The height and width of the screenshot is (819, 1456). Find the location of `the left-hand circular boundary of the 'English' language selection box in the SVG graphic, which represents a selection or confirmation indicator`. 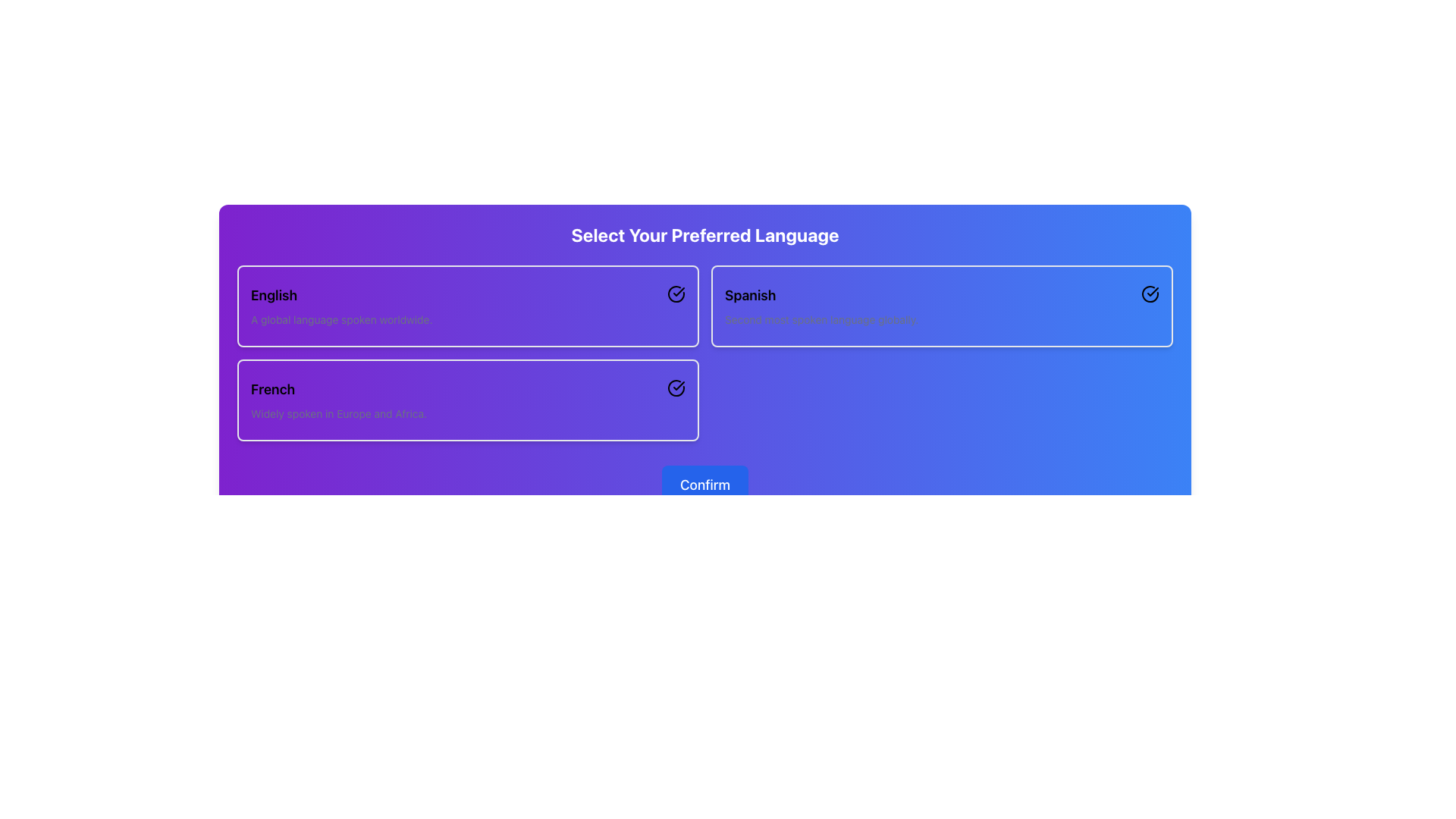

the left-hand circular boundary of the 'English' language selection box in the SVG graphic, which represents a selection or confirmation indicator is located at coordinates (676, 294).